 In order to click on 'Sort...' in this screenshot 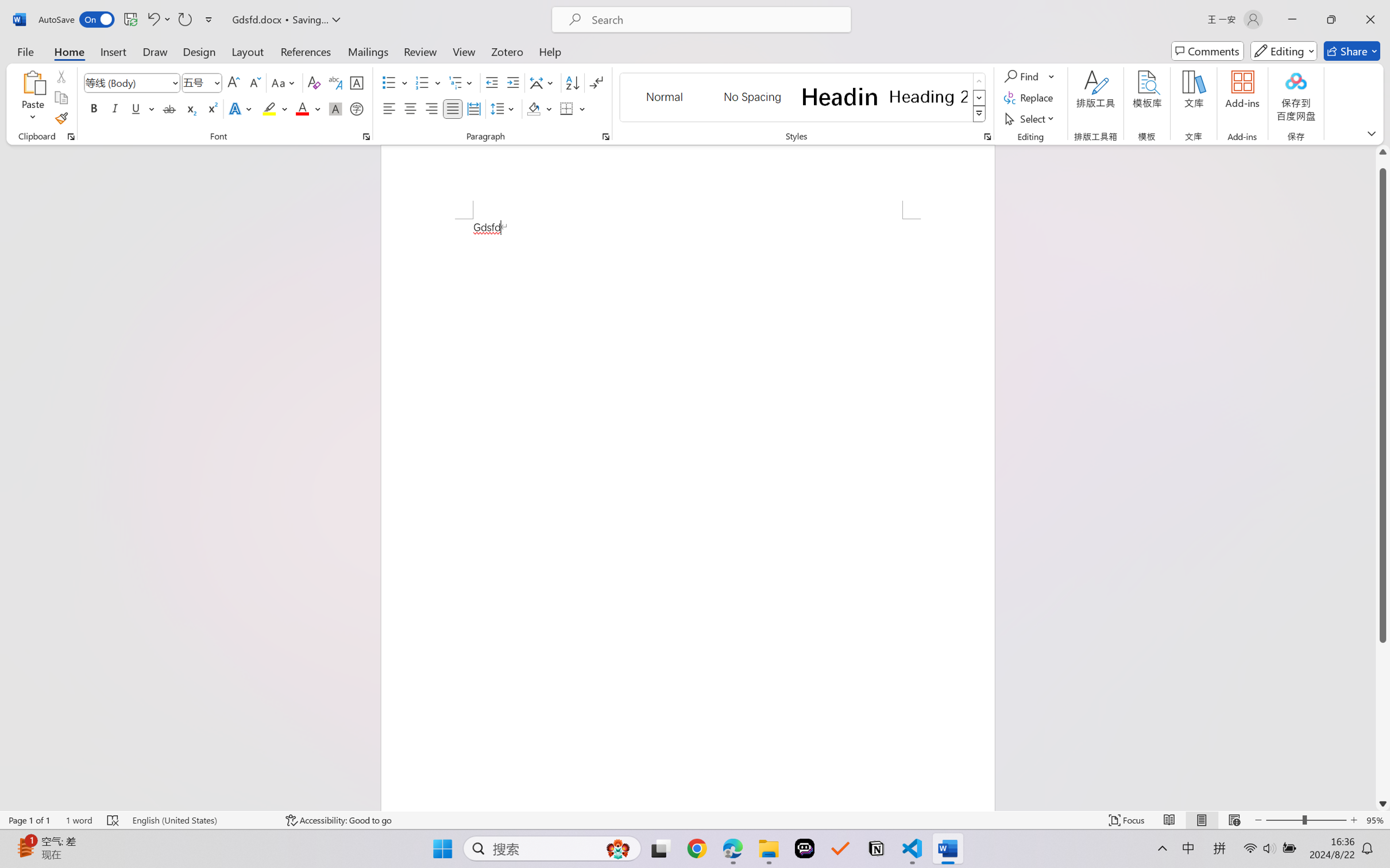, I will do `click(572, 83)`.